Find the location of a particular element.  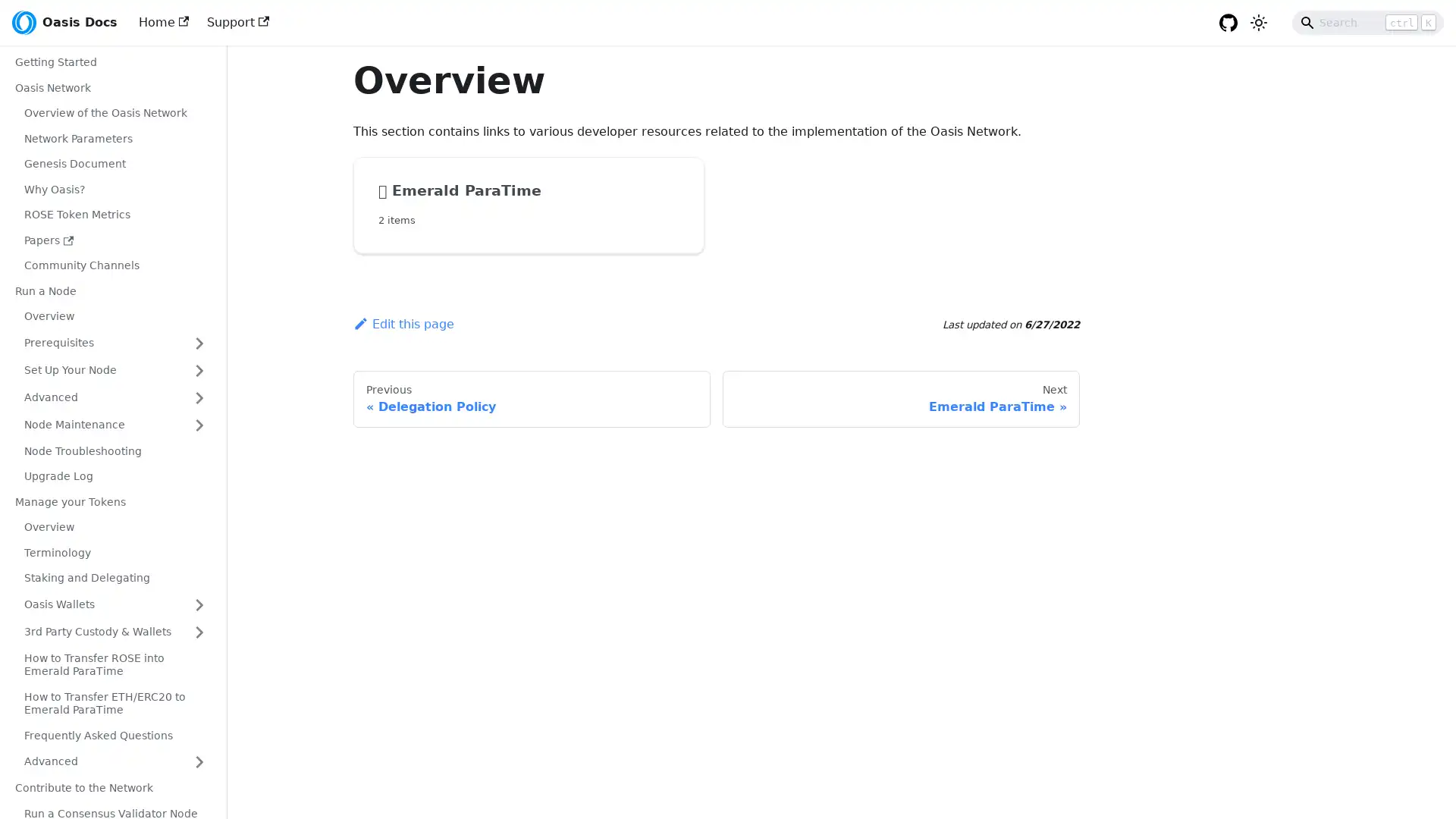

Toggle the collapsible sidebar category 'Prerequisites' is located at coordinates (199, 342).